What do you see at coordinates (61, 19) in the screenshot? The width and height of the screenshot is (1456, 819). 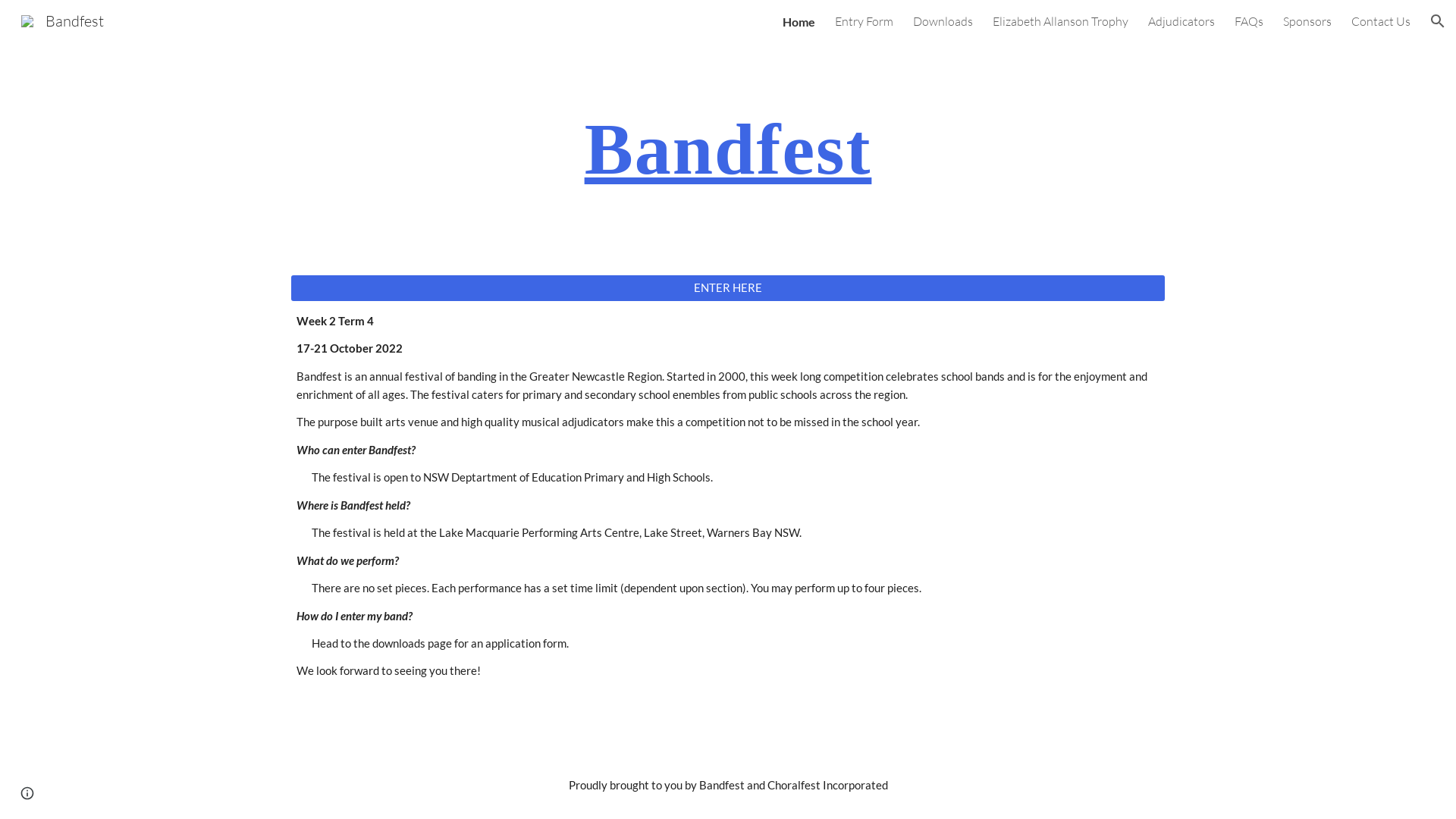 I see `'Bandfest'` at bounding box center [61, 19].